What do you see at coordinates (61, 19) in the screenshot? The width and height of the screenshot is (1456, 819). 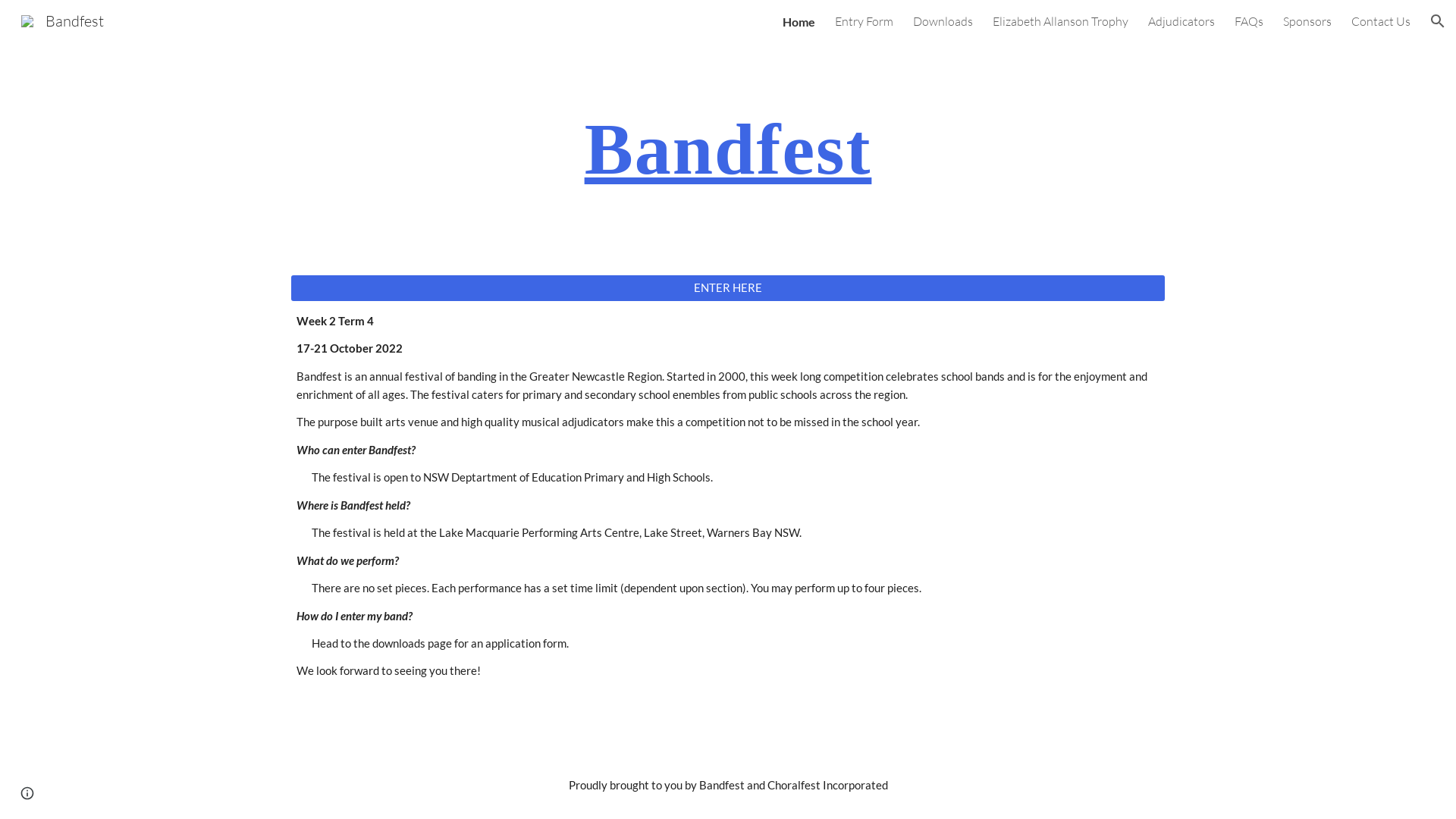 I see `'Bandfest'` at bounding box center [61, 19].